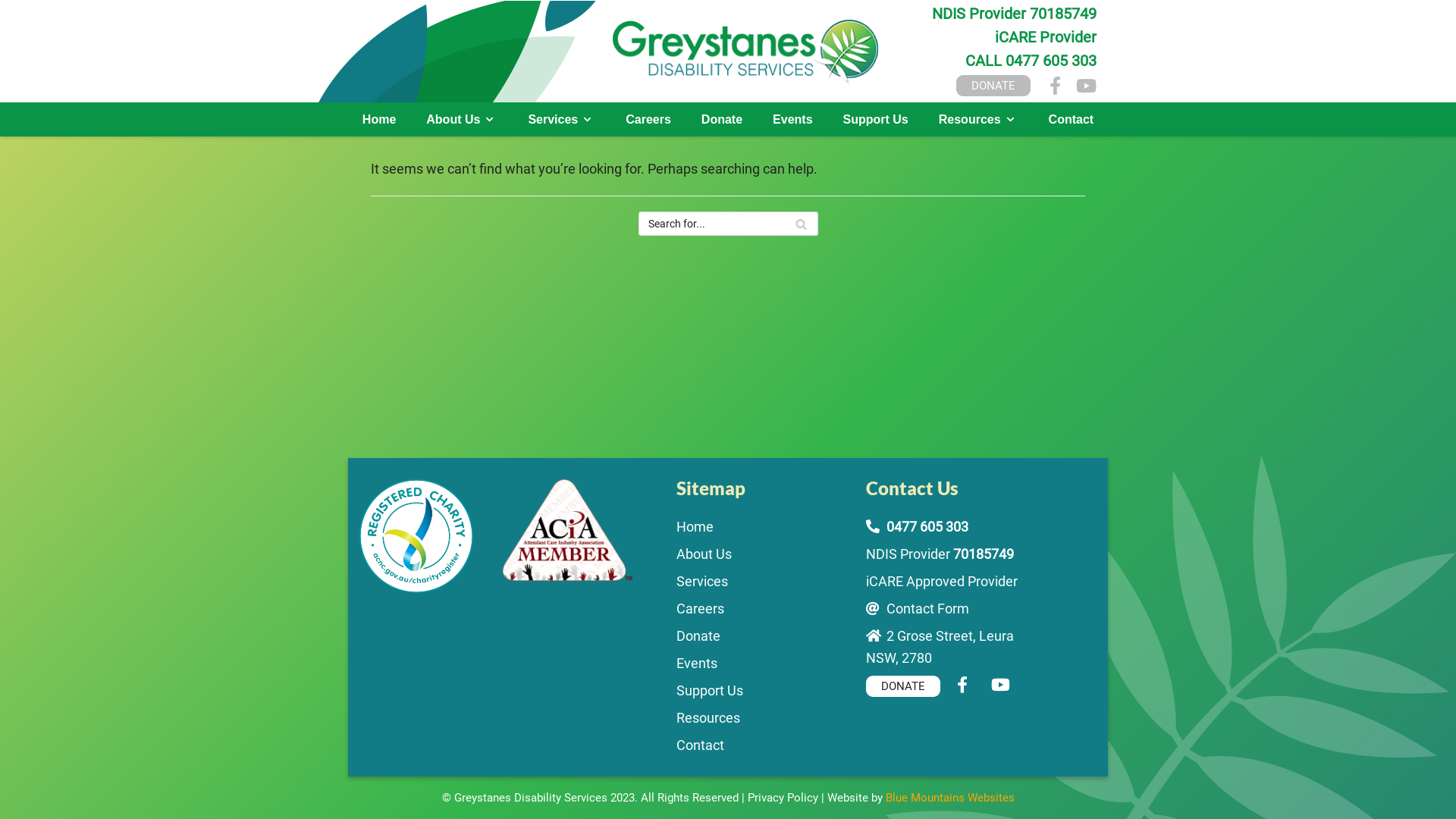 The image size is (1456, 819). What do you see at coordinates (993, 85) in the screenshot?
I see `'DONATE'` at bounding box center [993, 85].